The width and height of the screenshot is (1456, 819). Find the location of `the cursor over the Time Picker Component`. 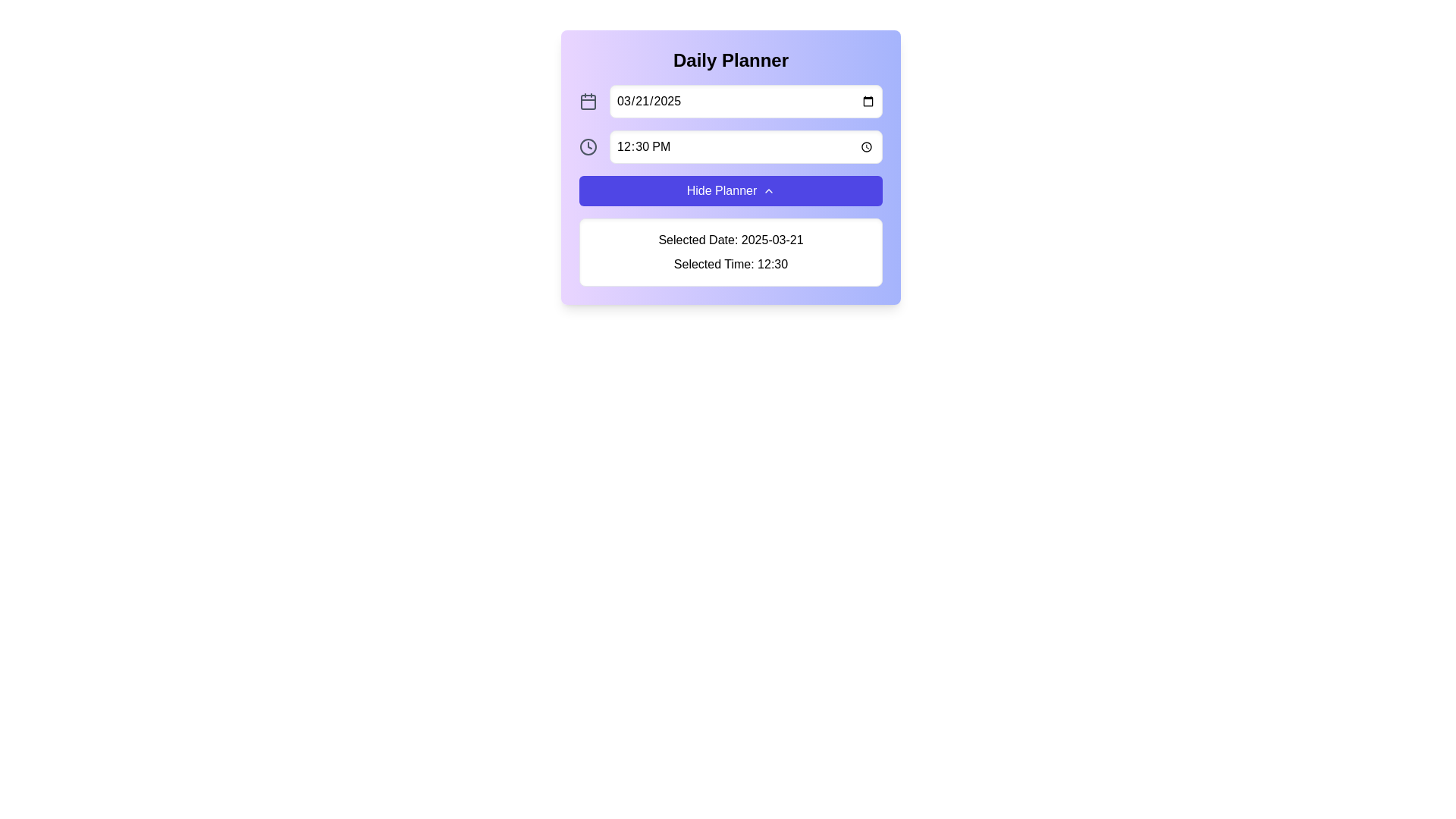

the cursor over the Time Picker Component is located at coordinates (731, 146).